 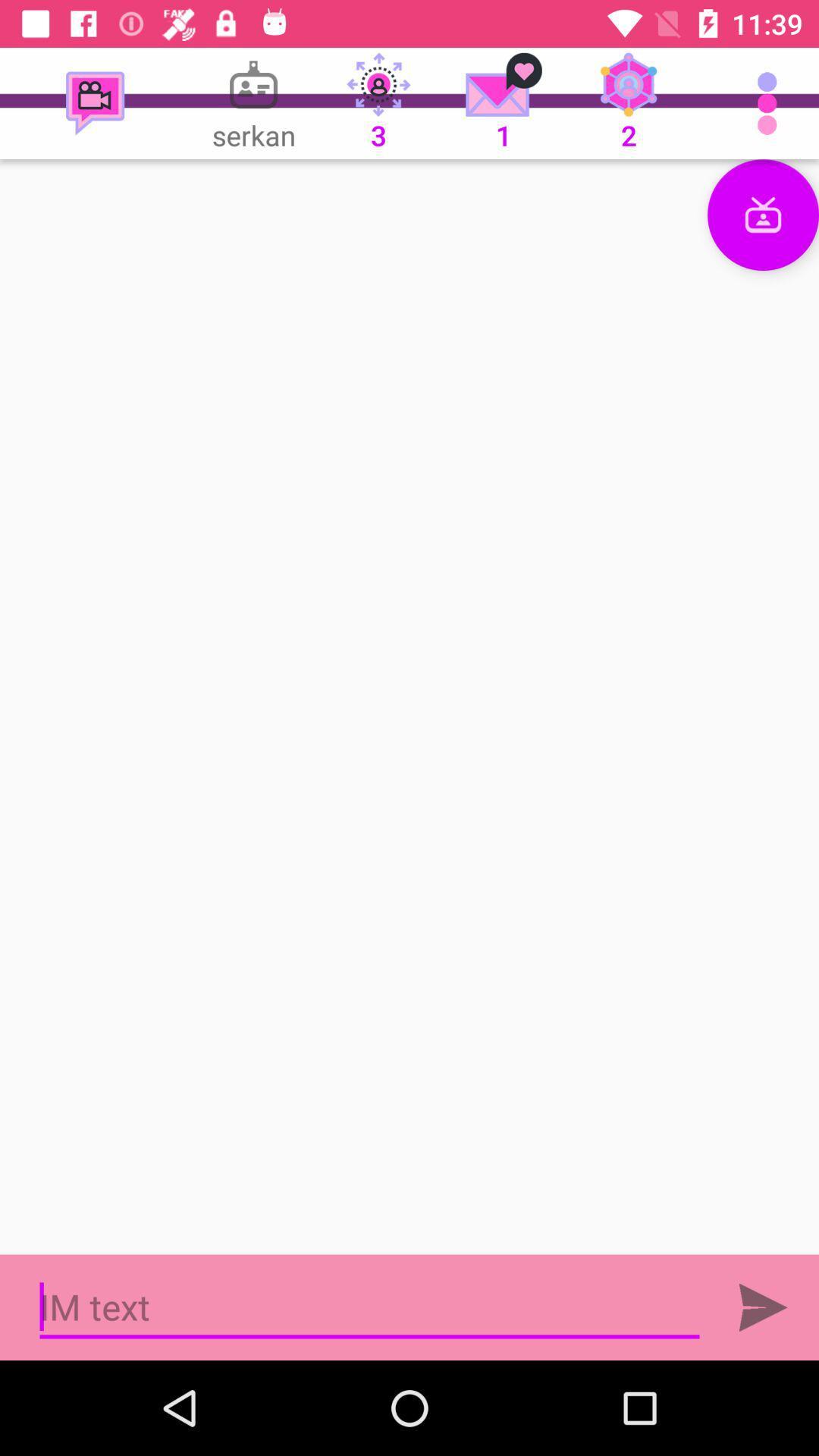 What do you see at coordinates (369, 1307) in the screenshot?
I see `im text search` at bounding box center [369, 1307].